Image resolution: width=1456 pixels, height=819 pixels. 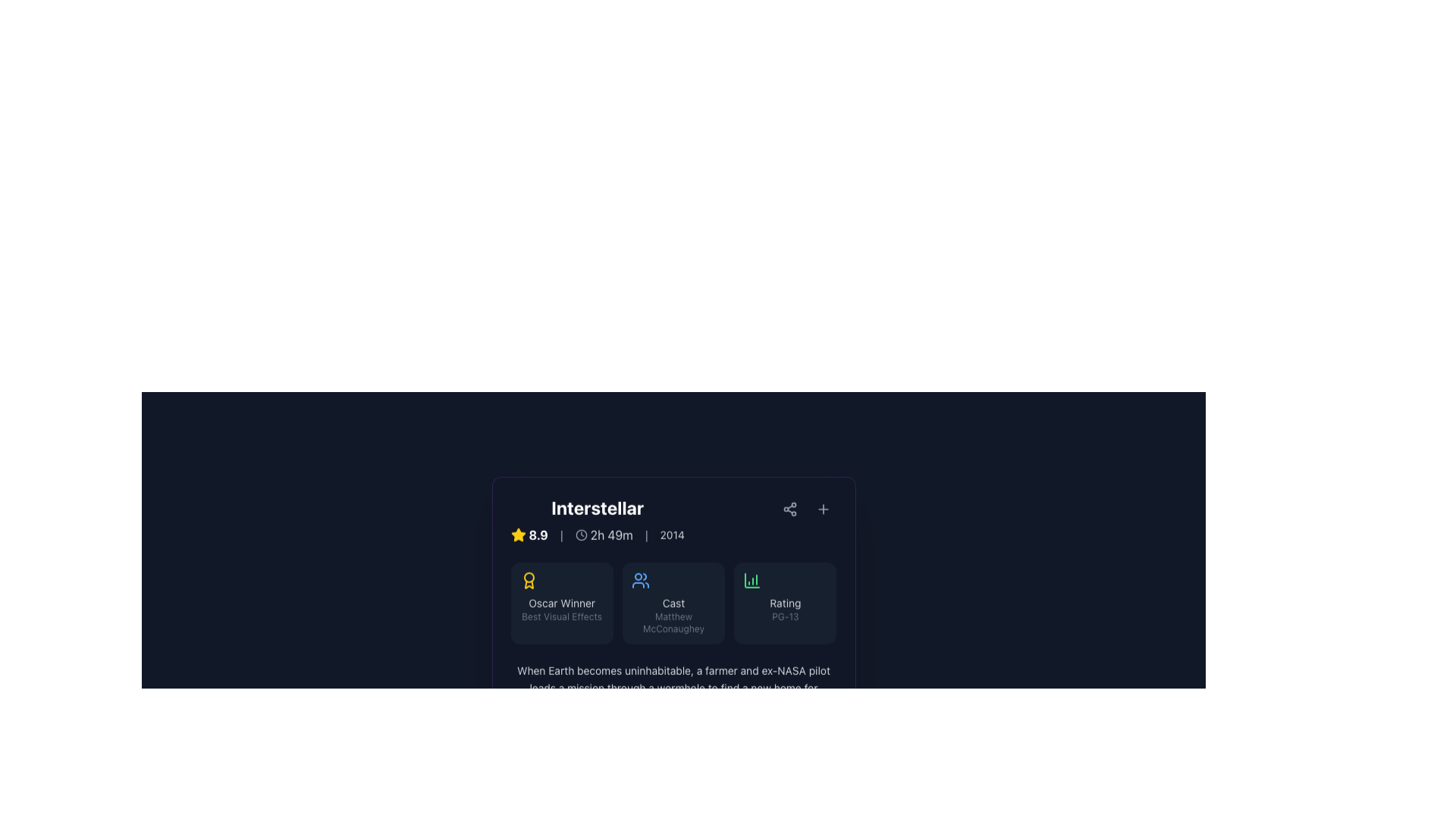 I want to click on the icon in the grid layout for more information about 'Oscar Winner', 'Cast', or 'Rating' in the modal card titled 'Interstellar', so click(x=673, y=602).